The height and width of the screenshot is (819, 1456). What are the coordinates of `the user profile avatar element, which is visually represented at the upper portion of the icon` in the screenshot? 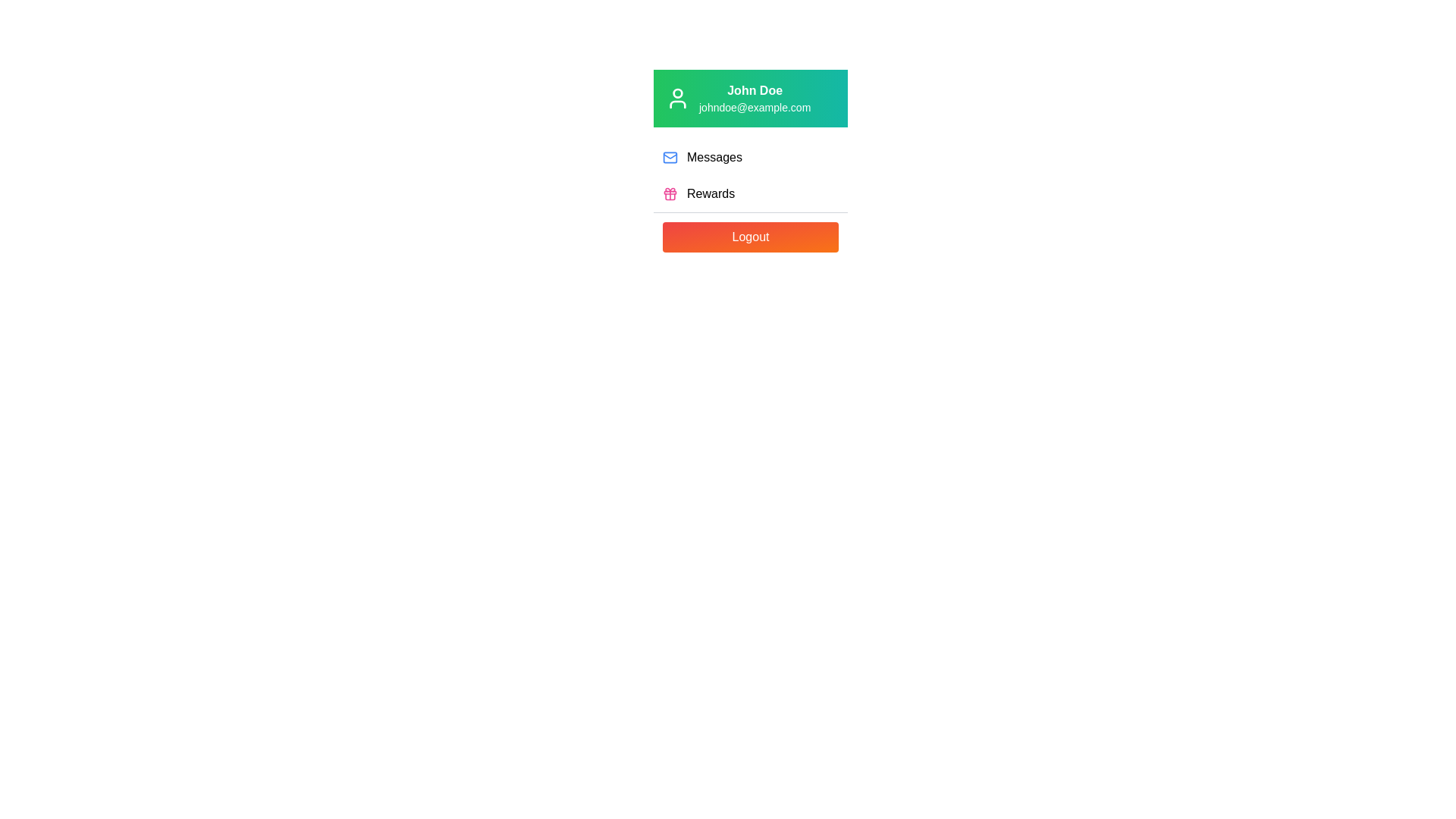 It's located at (676, 93).